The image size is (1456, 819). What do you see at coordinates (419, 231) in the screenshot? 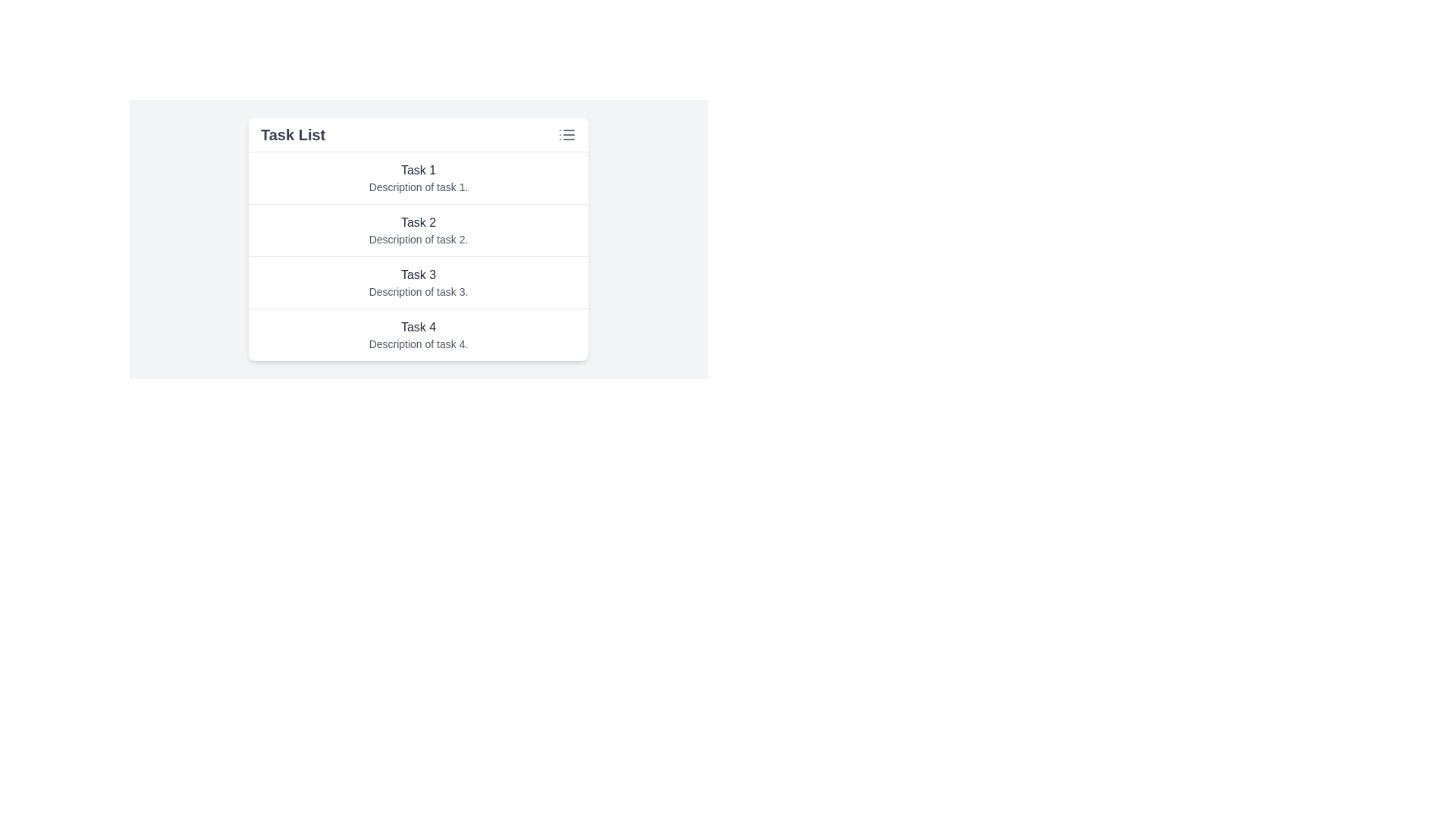
I see `the title of the second task entry in the task list` at bounding box center [419, 231].